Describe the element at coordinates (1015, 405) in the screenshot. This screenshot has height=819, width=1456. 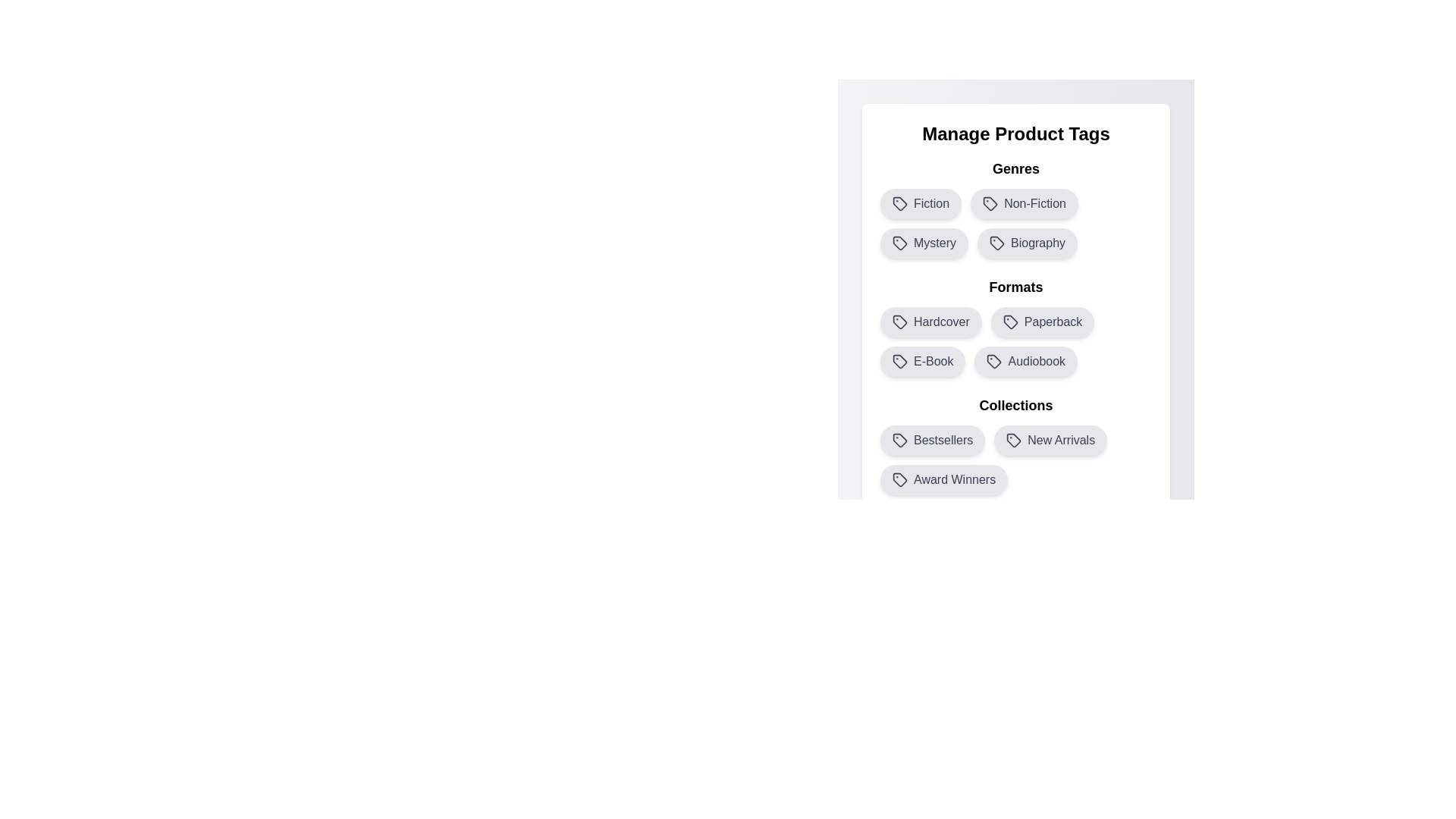
I see `the Text label that serves as a header for product tags related to collections, positioned towards the center of the page, directly below the 'Formats' category` at that location.